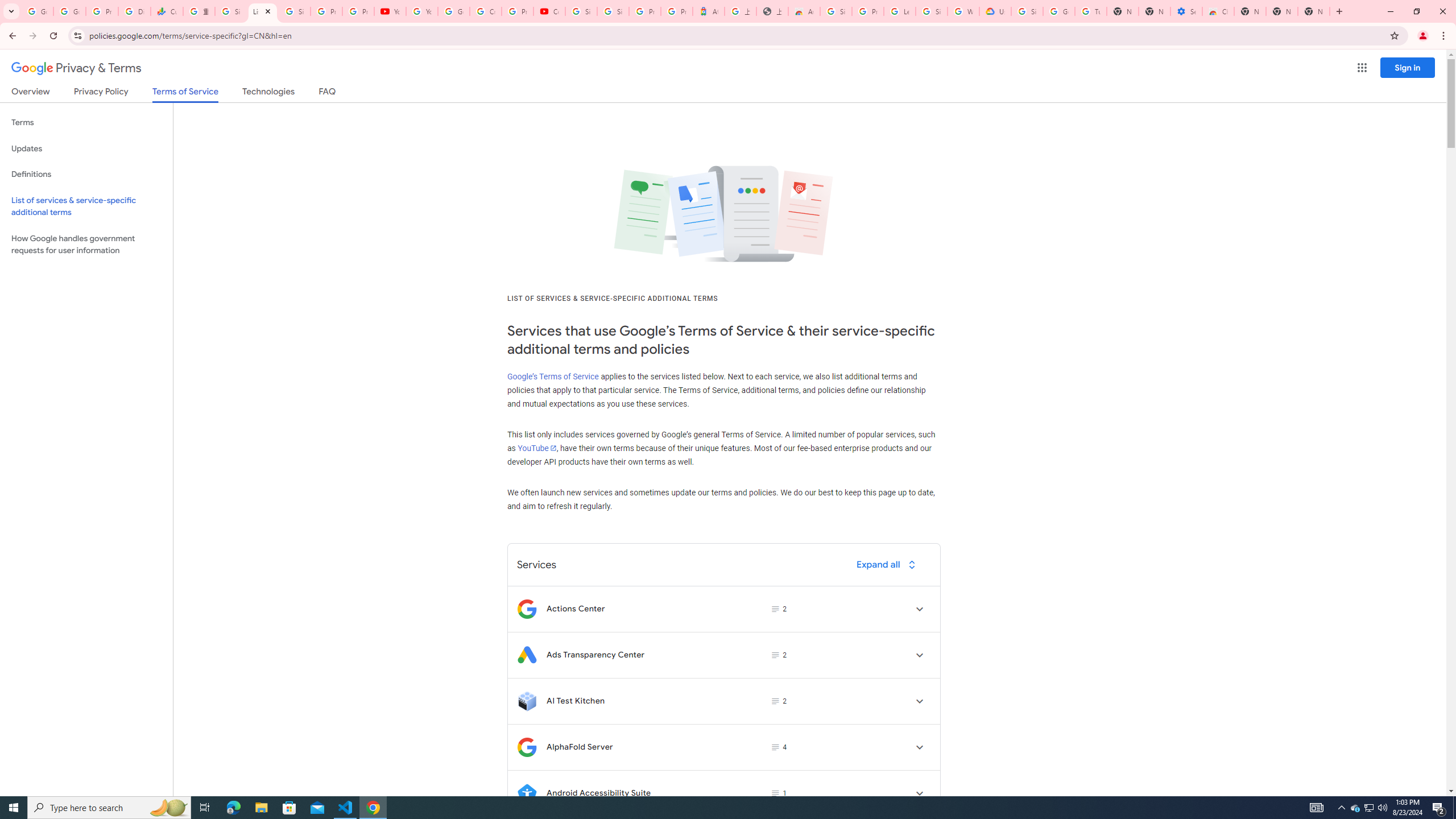  I want to click on 'Currencies - Google Finance', so click(167, 11).